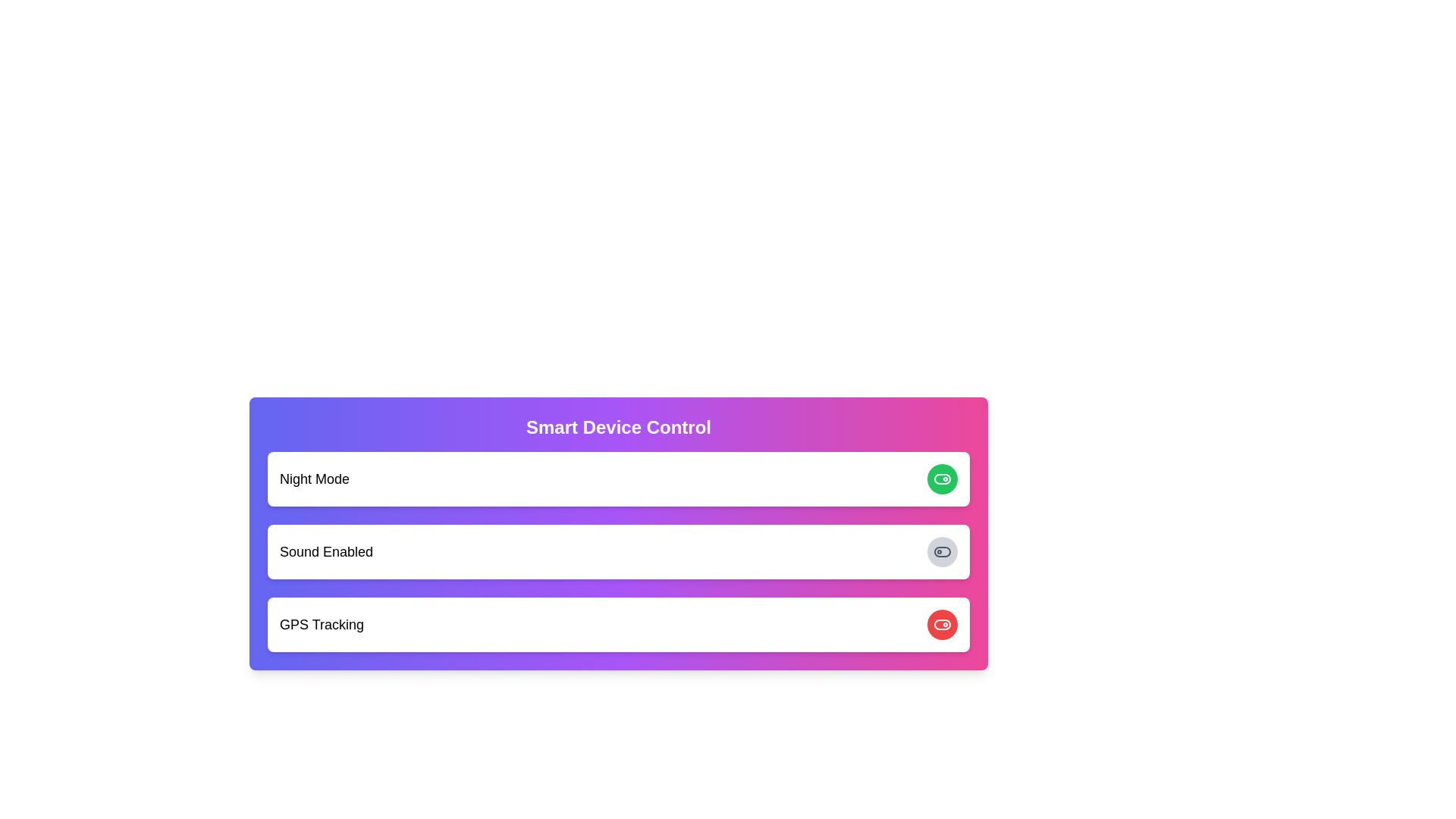  Describe the element at coordinates (325, 552) in the screenshot. I see `the text label that clarifies the functionality of the associated toggle switch for enabling or disabling sound, located in the second row under 'Smart Device Control'` at that location.